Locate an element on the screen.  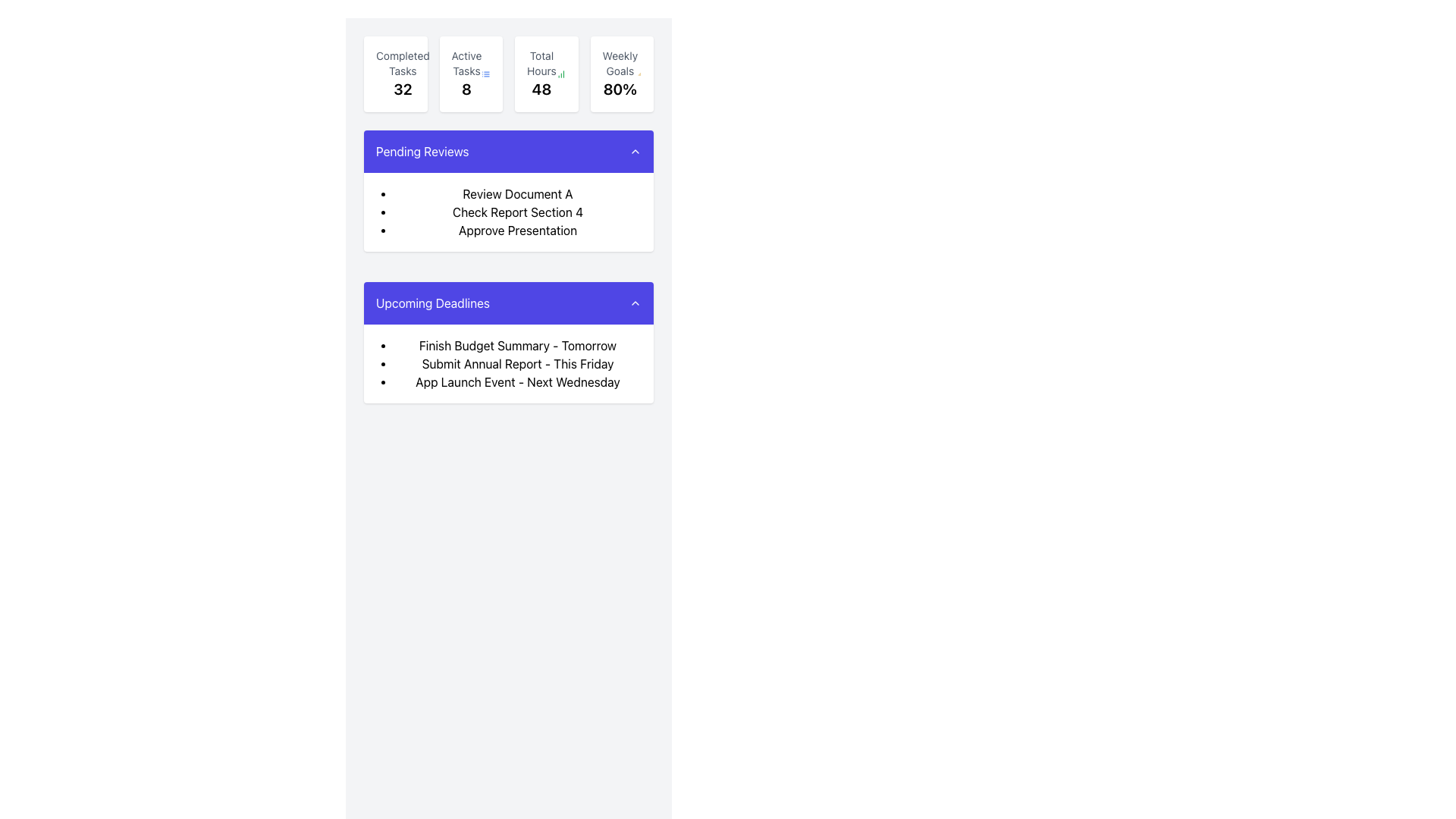
the Informational label displaying 'Active Tasks' and the number '8', which is located between 'Completed Tasks' and 'Total Hours' in a group of status indicators at the top of the display is located at coordinates (466, 74).